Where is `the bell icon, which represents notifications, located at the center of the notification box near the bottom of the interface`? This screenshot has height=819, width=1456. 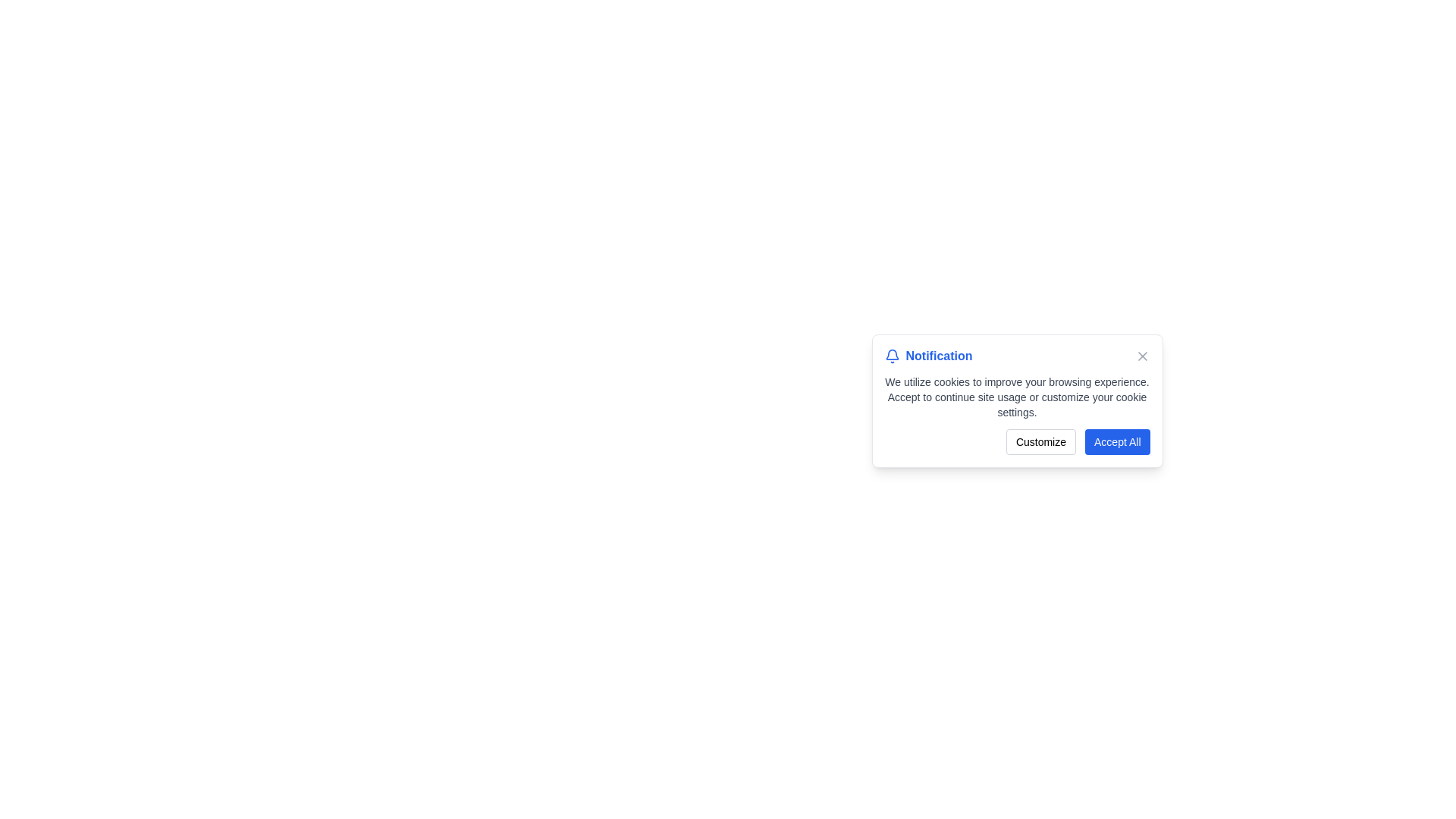 the bell icon, which represents notifications, located at the center of the notification box near the bottom of the interface is located at coordinates (892, 356).